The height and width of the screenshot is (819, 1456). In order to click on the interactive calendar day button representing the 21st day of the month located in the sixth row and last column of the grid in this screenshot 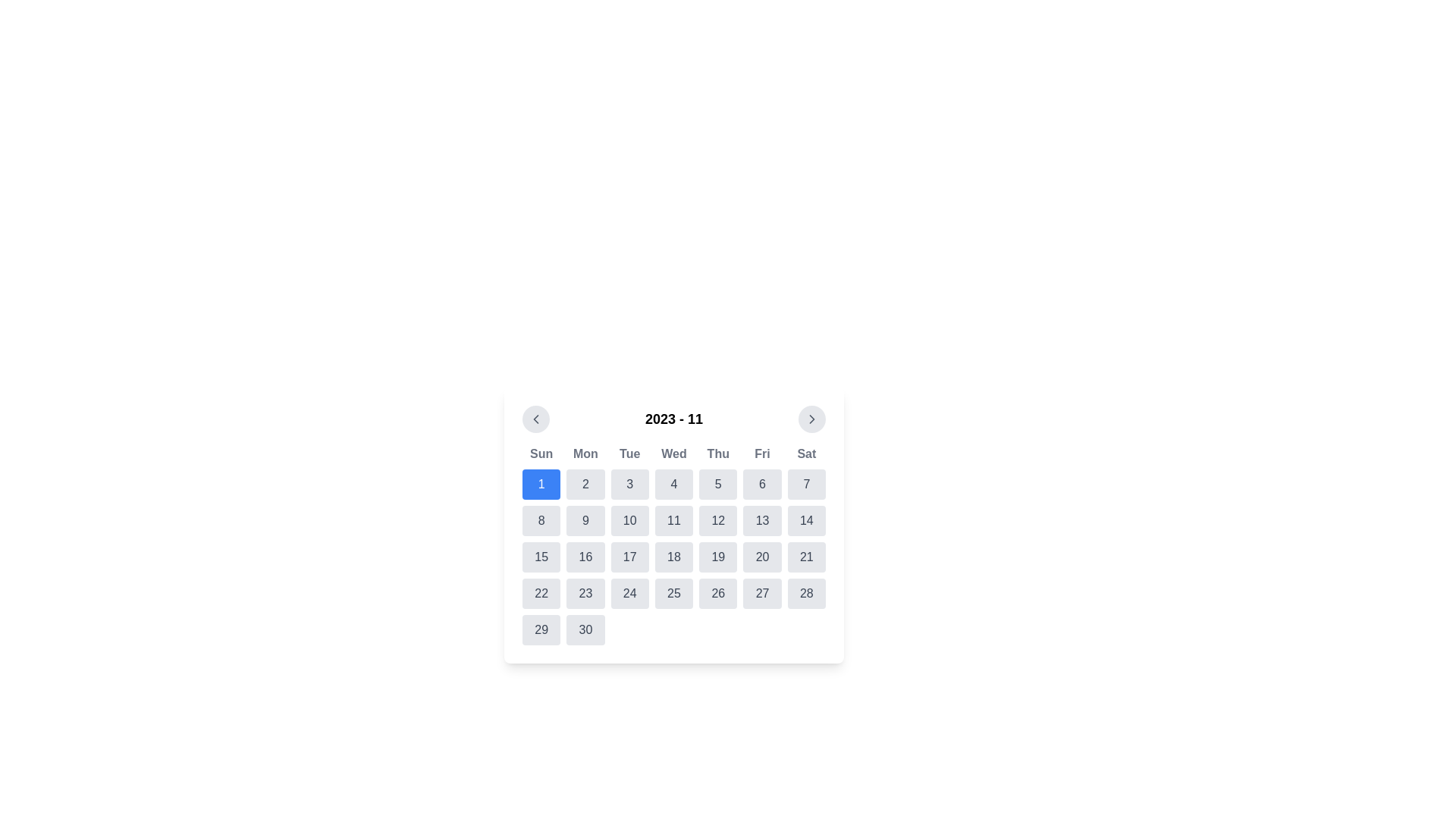, I will do `click(805, 557)`.